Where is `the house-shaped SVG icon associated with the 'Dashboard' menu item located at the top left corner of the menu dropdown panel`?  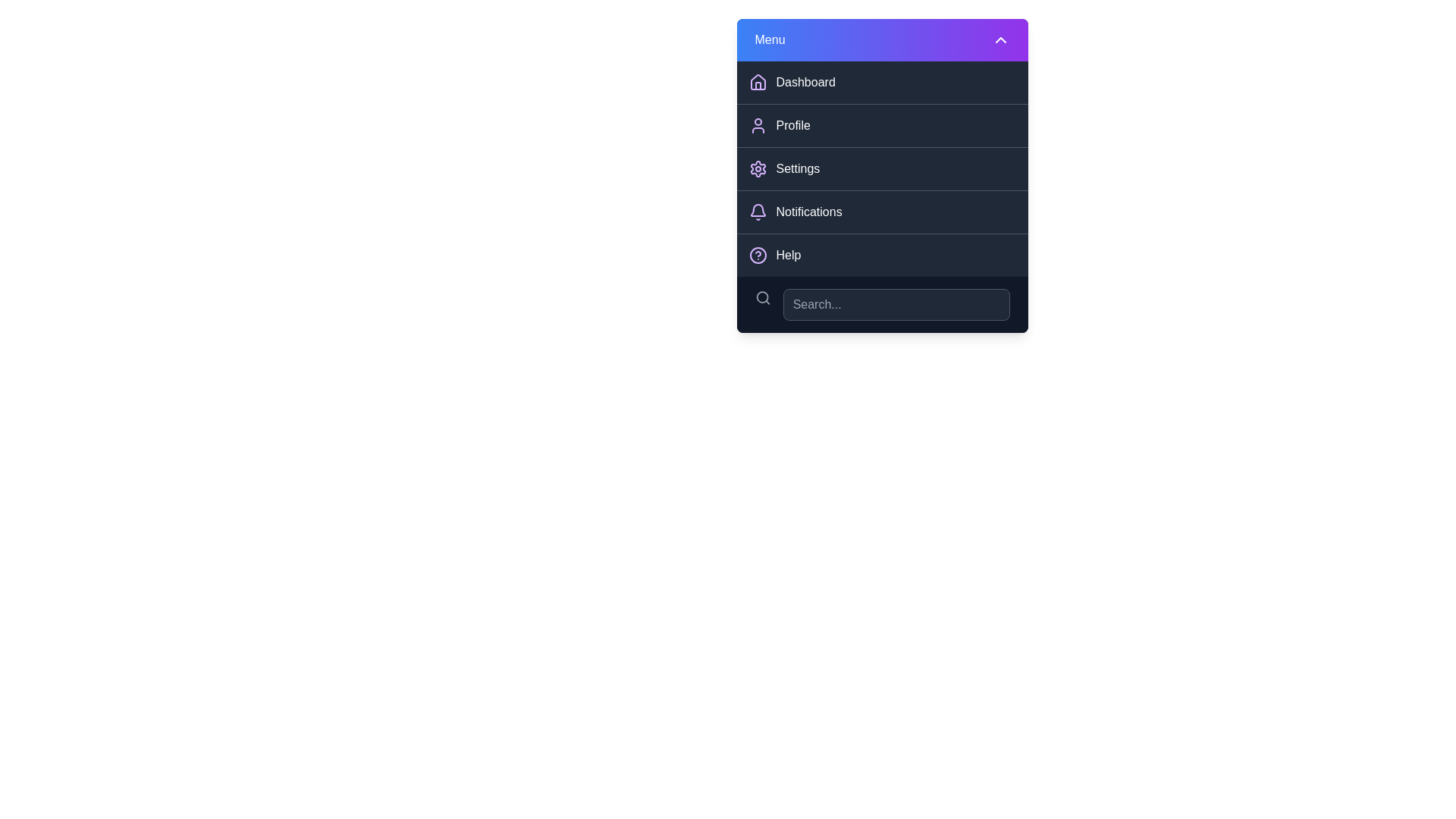
the house-shaped SVG icon associated with the 'Dashboard' menu item located at the top left corner of the menu dropdown panel is located at coordinates (758, 82).